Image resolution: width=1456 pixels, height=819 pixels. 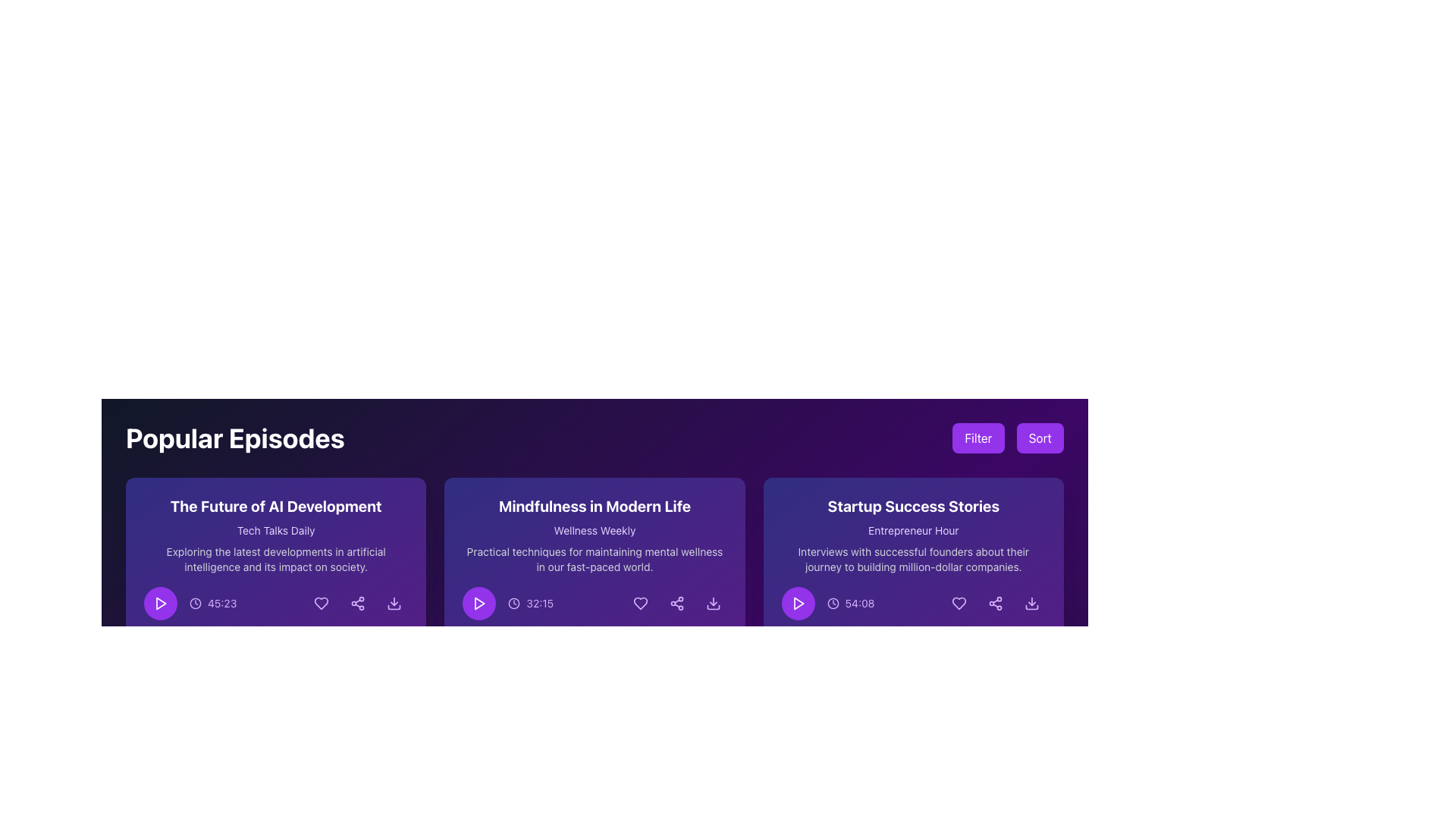 What do you see at coordinates (797, 602) in the screenshot?
I see `the playback button located at the bottom left corner of the 'Startup Success Stories' card` at bounding box center [797, 602].